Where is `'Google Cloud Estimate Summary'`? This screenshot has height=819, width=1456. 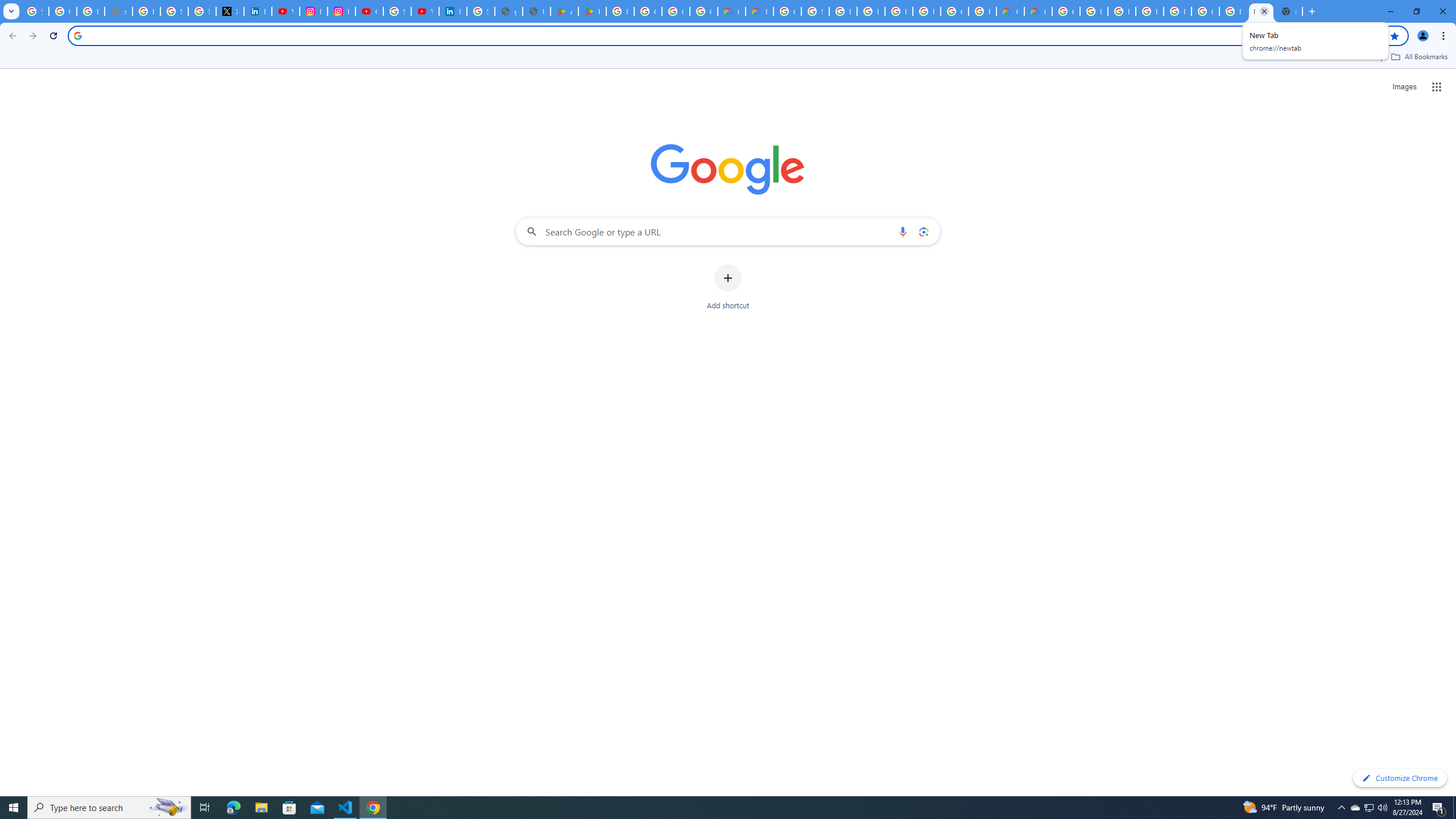 'Google Cloud Estimate Summary' is located at coordinates (1038, 11).